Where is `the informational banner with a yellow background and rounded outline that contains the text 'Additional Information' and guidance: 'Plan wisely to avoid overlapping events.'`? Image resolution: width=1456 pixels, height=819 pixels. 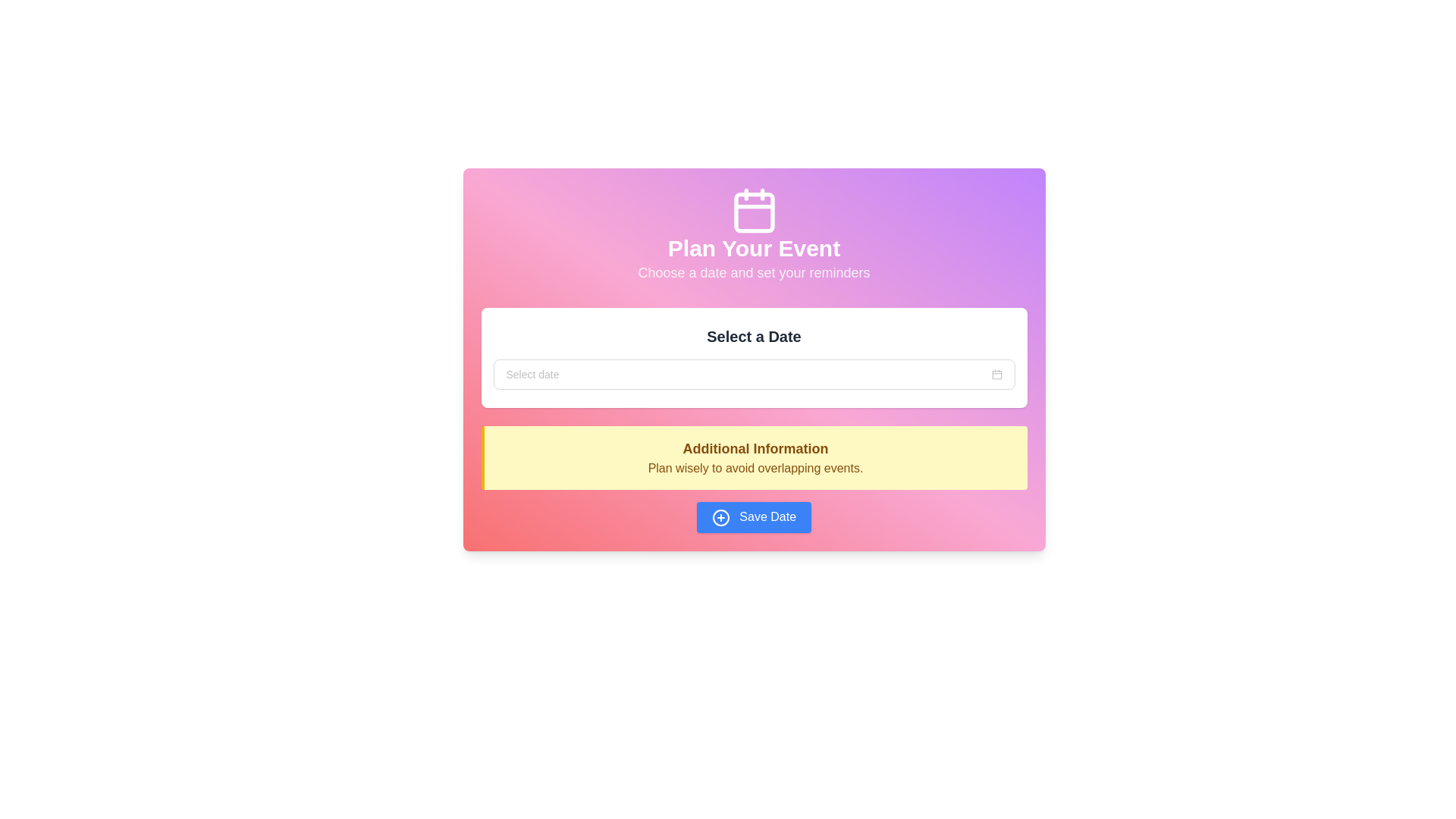
the informational banner with a yellow background and rounded outline that contains the text 'Additional Information' and guidance: 'Plan wisely to avoid overlapping events.' is located at coordinates (754, 457).